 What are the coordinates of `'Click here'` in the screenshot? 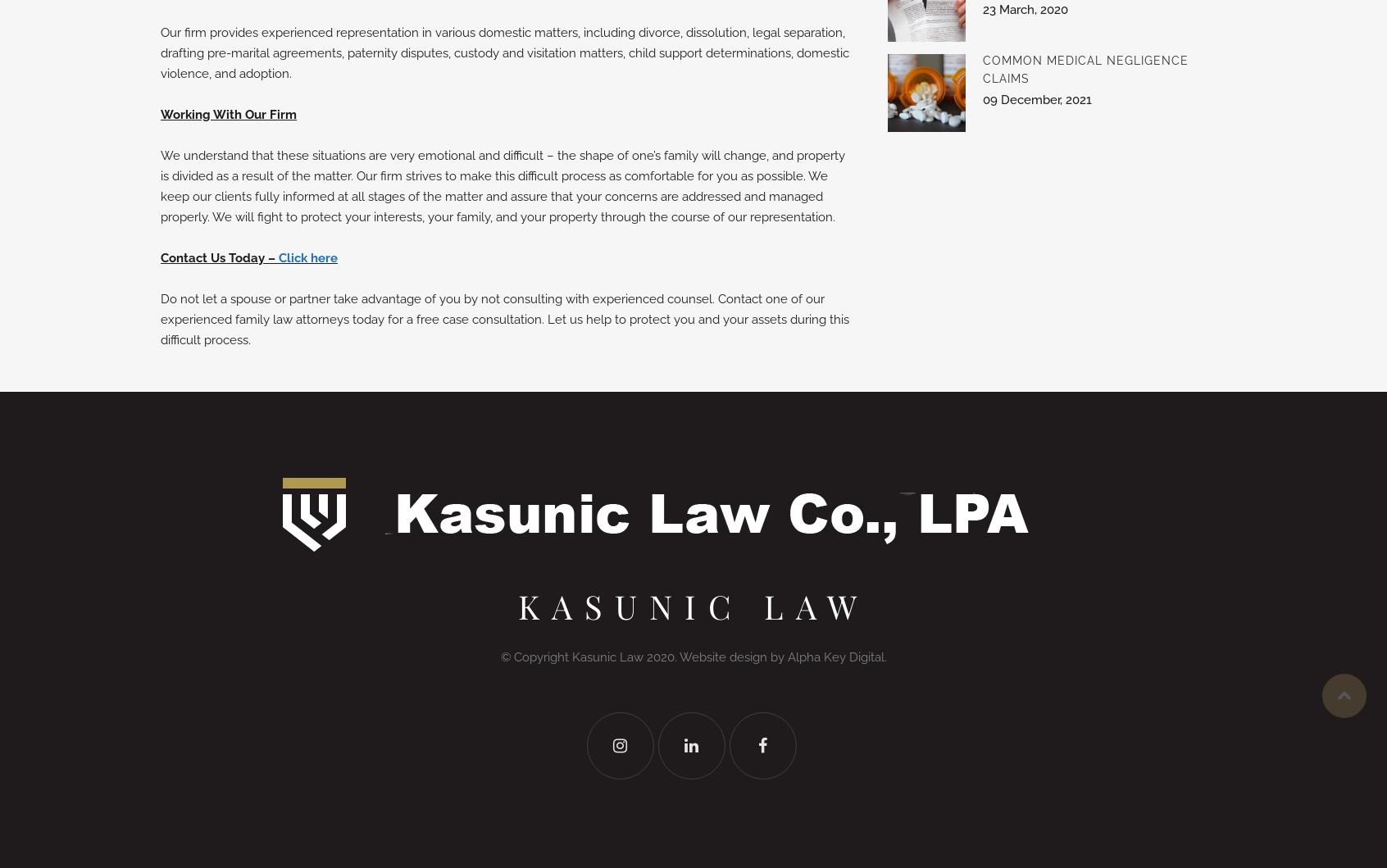 It's located at (307, 258).